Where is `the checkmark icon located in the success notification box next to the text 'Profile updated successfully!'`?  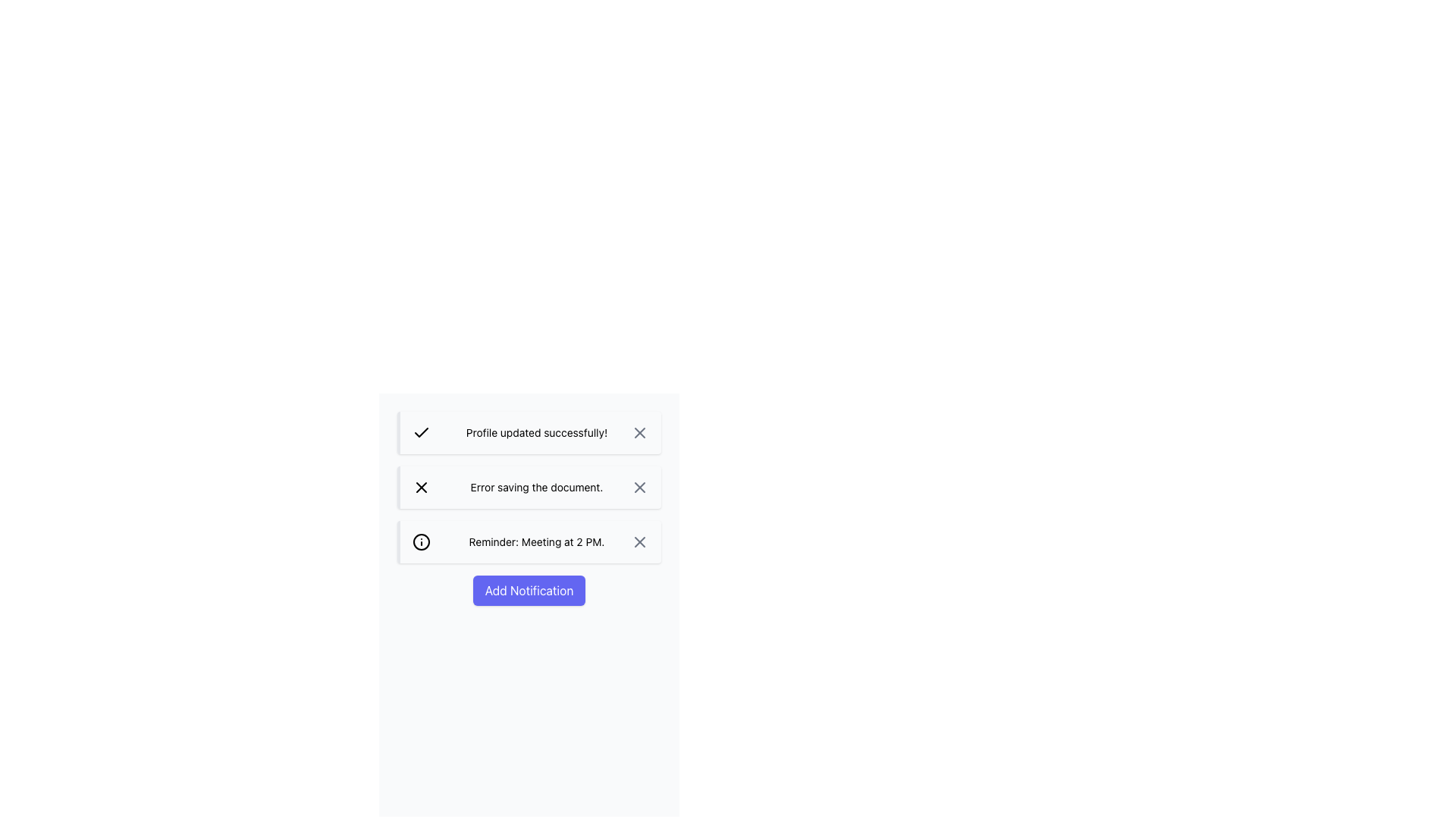
the checkmark icon located in the success notification box next to the text 'Profile updated successfully!' is located at coordinates (422, 432).